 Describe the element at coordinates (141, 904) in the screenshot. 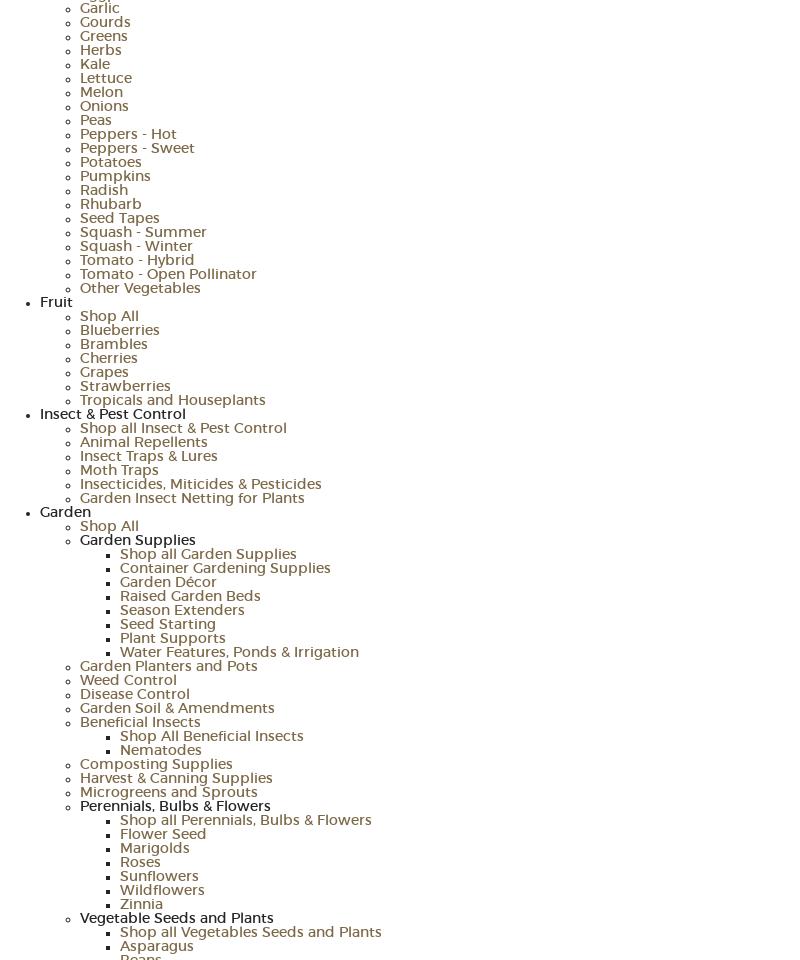

I see `'Zinnia'` at that location.